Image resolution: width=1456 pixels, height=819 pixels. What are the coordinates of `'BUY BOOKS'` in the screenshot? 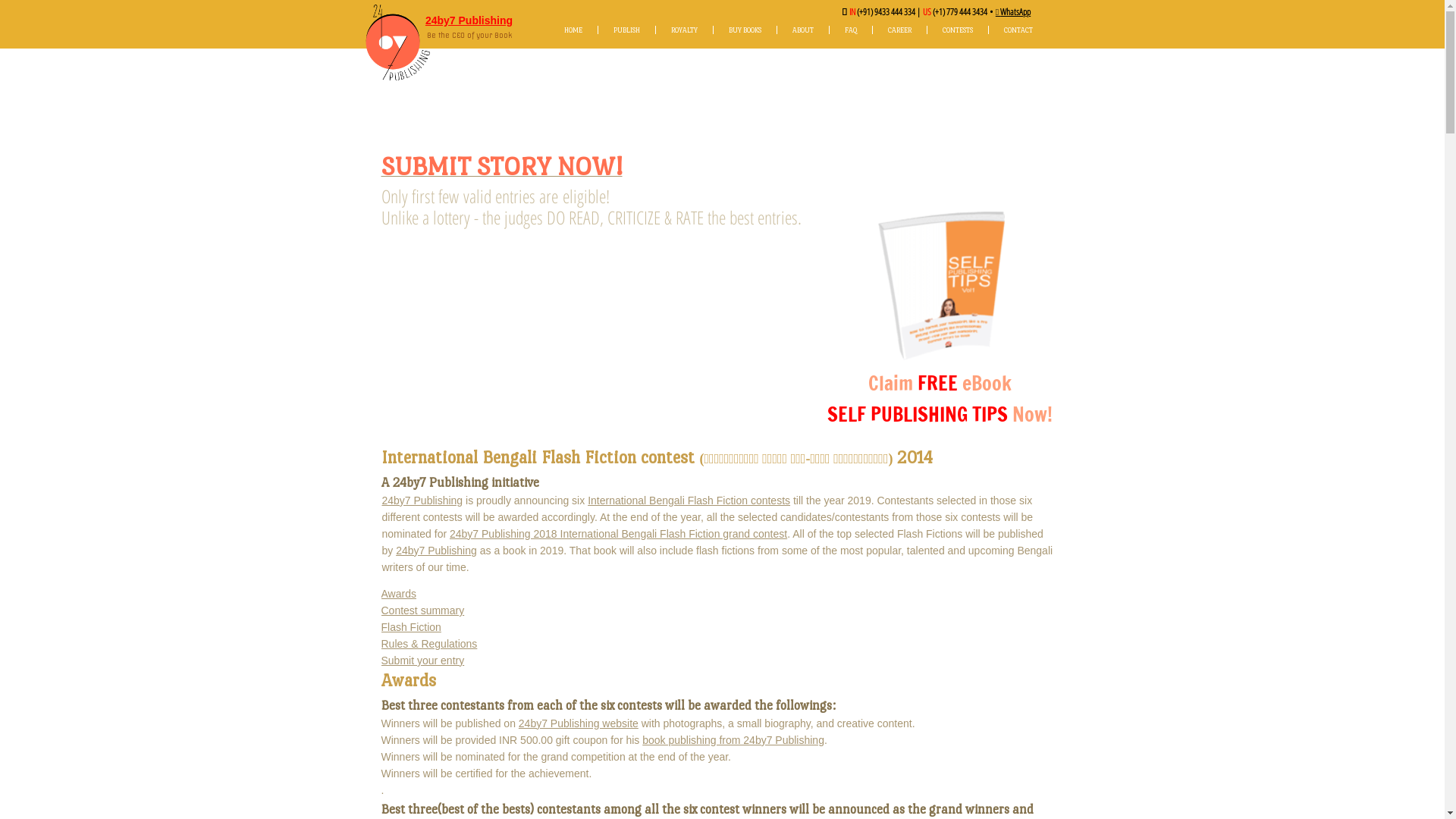 It's located at (745, 30).